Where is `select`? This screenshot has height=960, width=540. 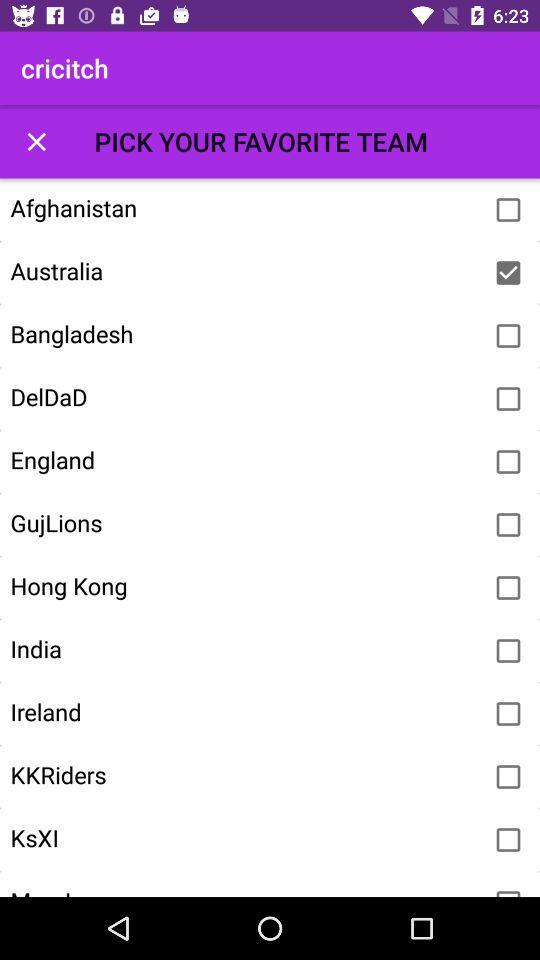
select is located at coordinates (508, 588).